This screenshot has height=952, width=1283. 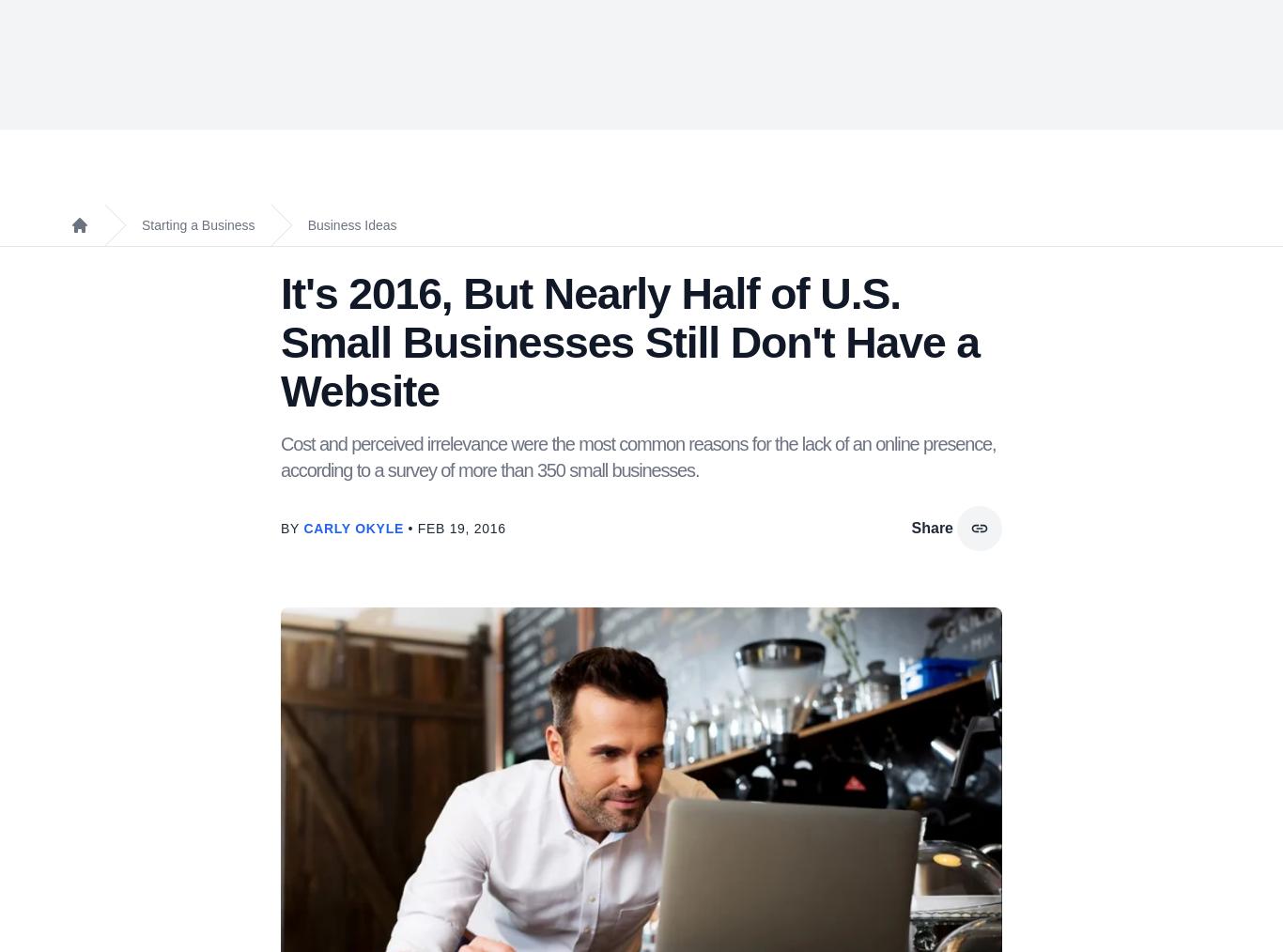 I want to click on 'Websites', so click(x=694, y=81).